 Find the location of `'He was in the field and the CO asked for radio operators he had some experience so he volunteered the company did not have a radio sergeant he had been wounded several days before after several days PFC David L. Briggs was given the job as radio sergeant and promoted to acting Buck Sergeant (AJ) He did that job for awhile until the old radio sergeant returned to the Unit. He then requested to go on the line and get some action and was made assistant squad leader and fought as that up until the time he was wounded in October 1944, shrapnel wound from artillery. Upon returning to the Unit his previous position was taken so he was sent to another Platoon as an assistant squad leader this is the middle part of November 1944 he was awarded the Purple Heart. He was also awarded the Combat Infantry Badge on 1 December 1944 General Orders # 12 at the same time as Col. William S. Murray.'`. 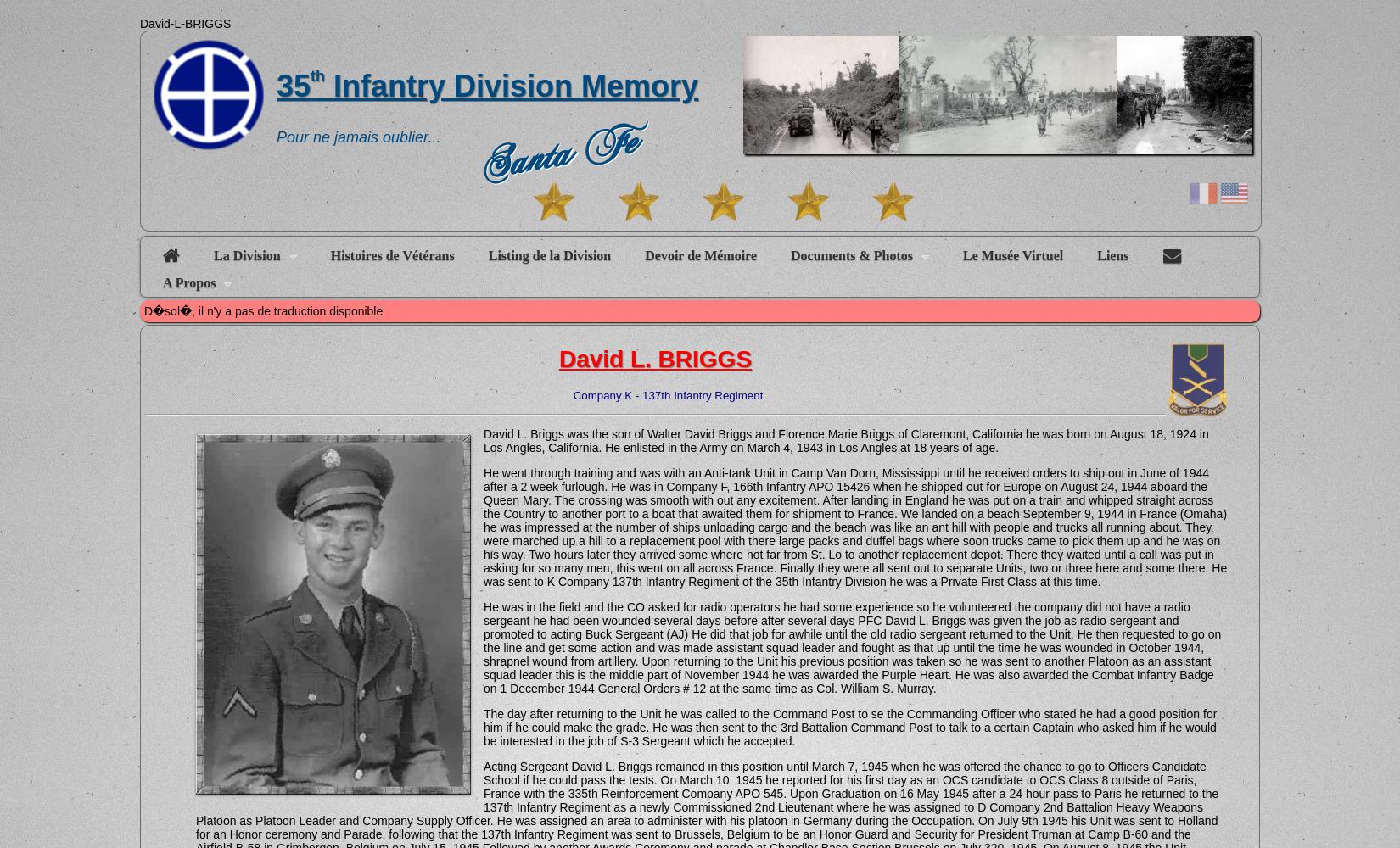

'He was in the field and the CO asked for radio operators he had some experience so he volunteered the company did not have a radio sergeant he had been wounded several days before after several days PFC David L. Briggs was given the job as radio sergeant and promoted to acting Buck Sergeant (AJ) He did that job for awhile until the old radio sergeant returned to the Unit. He then requested to go on the line and get some action and was made assistant squad leader and fought as that up until the time he was wounded in October 1944, shrapnel wound from artillery. Upon returning to the Unit his previous position was taken so he was sent to another Platoon as an assistant squad leader this is the middle part of November 1944 he was awarded the Purple Heart. He was also awarded the Combat Infantry Badge on 1 December 1944 General Orders # 12 at the same time as Col. William S. Murray.' is located at coordinates (483, 647).